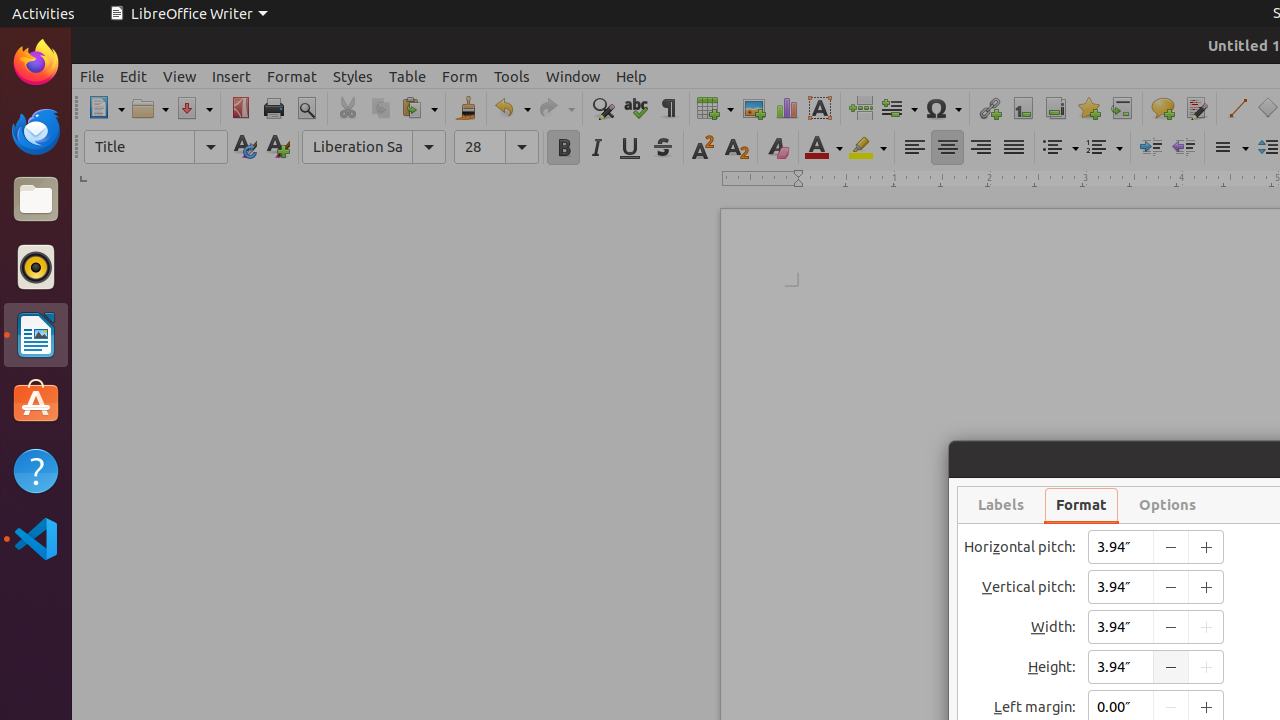  Describe the element at coordinates (35, 403) in the screenshot. I see `'Ubuntu Software'` at that location.